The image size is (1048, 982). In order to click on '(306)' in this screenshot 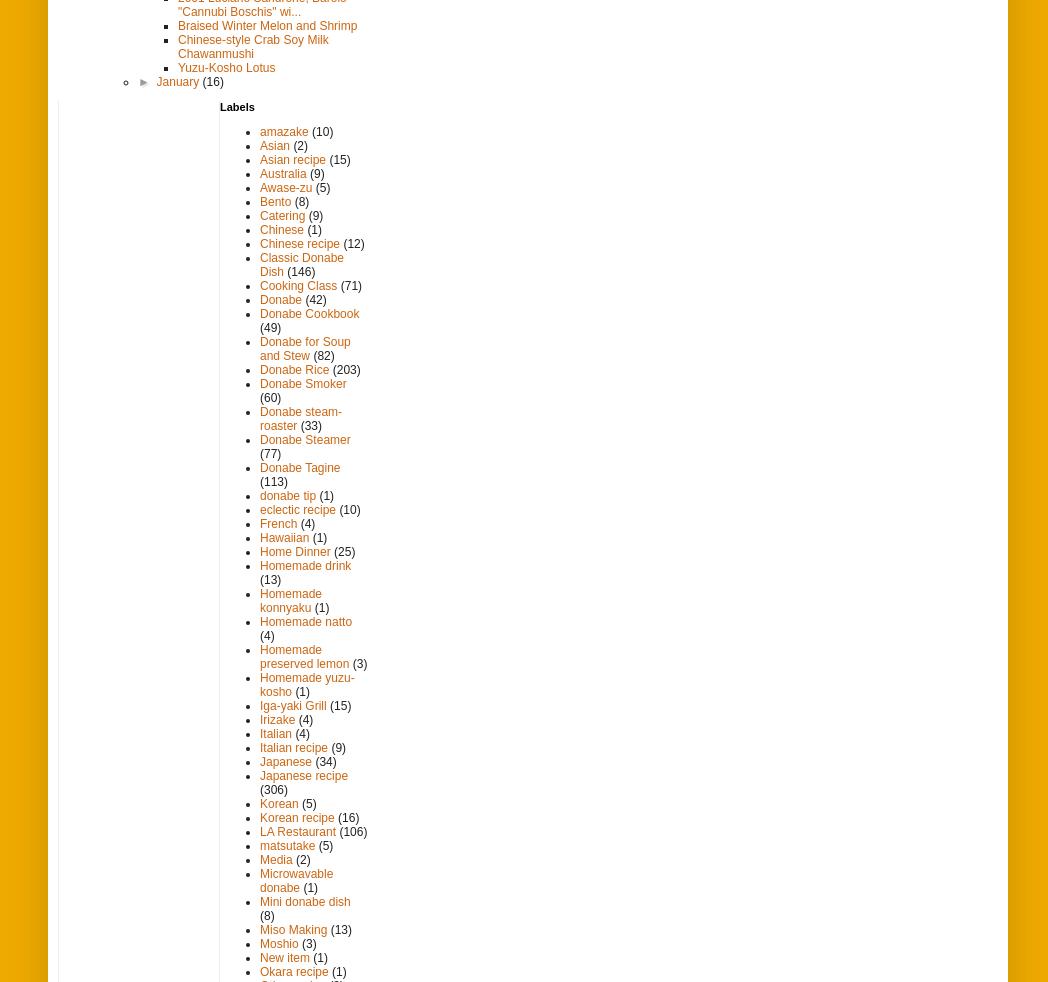, I will do `click(273, 790)`.